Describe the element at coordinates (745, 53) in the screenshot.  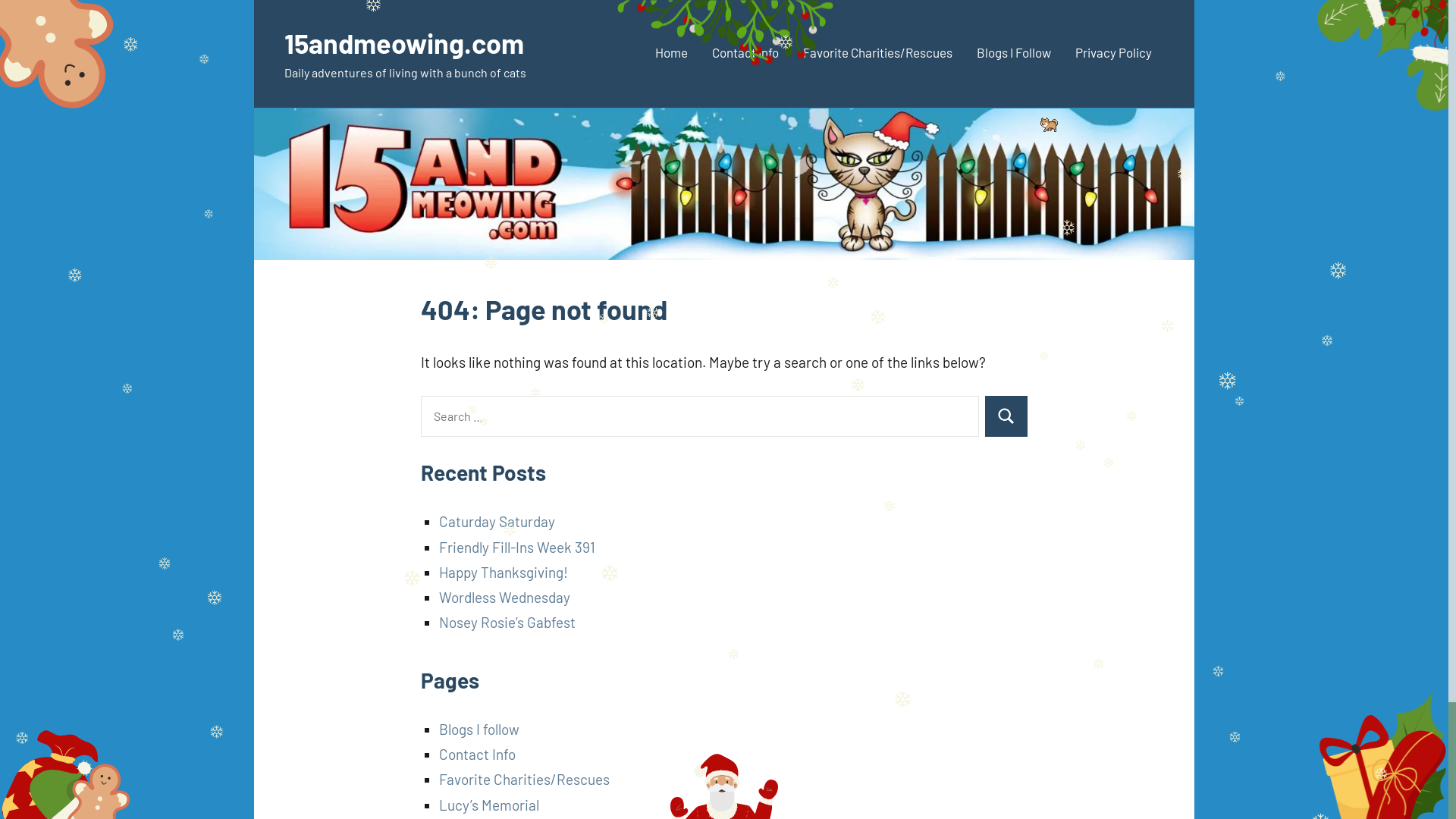
I see `'Contact Info'` at that location.